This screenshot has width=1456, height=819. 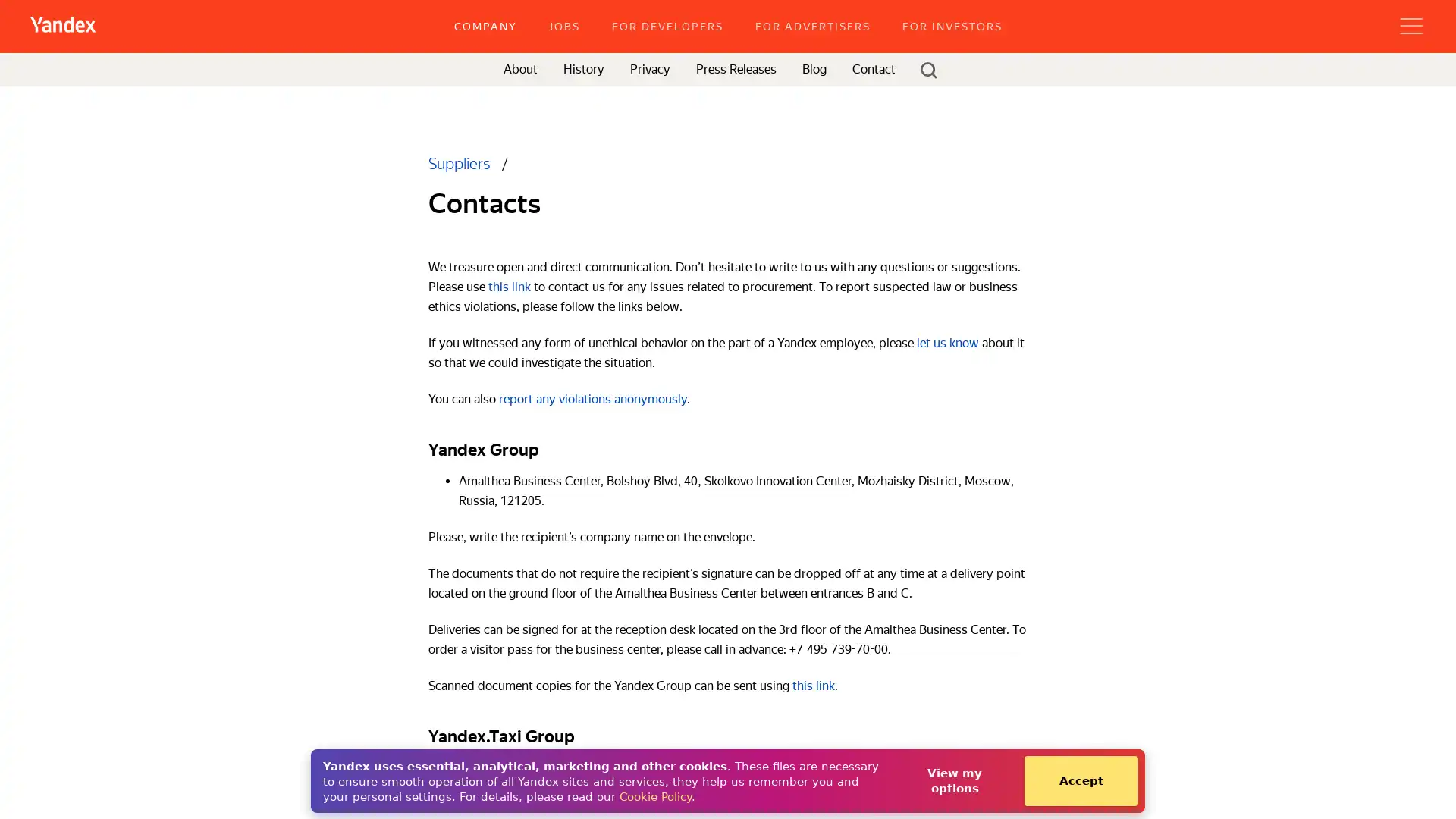 I want to click on Accept, so click(x=1080, y=780).